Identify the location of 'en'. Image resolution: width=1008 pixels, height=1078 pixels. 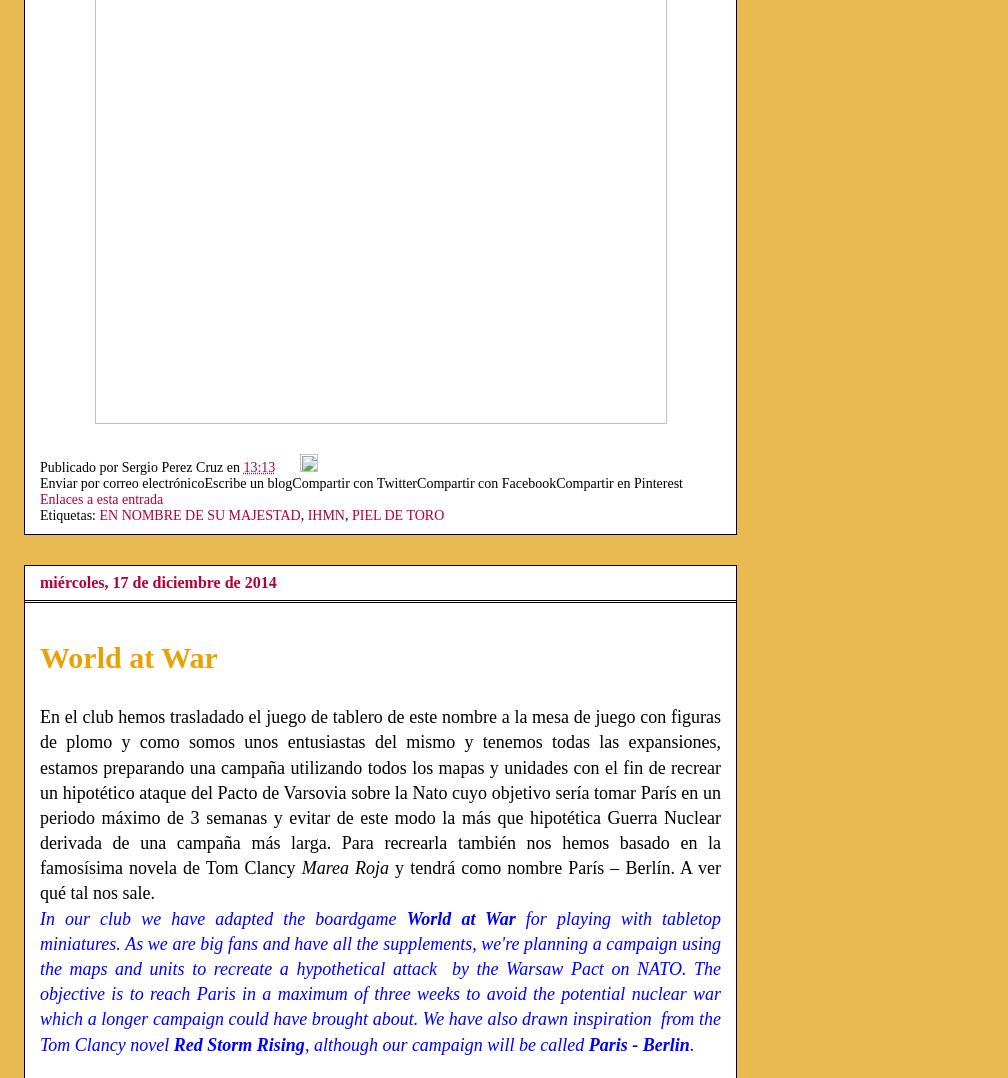
(234, 466).